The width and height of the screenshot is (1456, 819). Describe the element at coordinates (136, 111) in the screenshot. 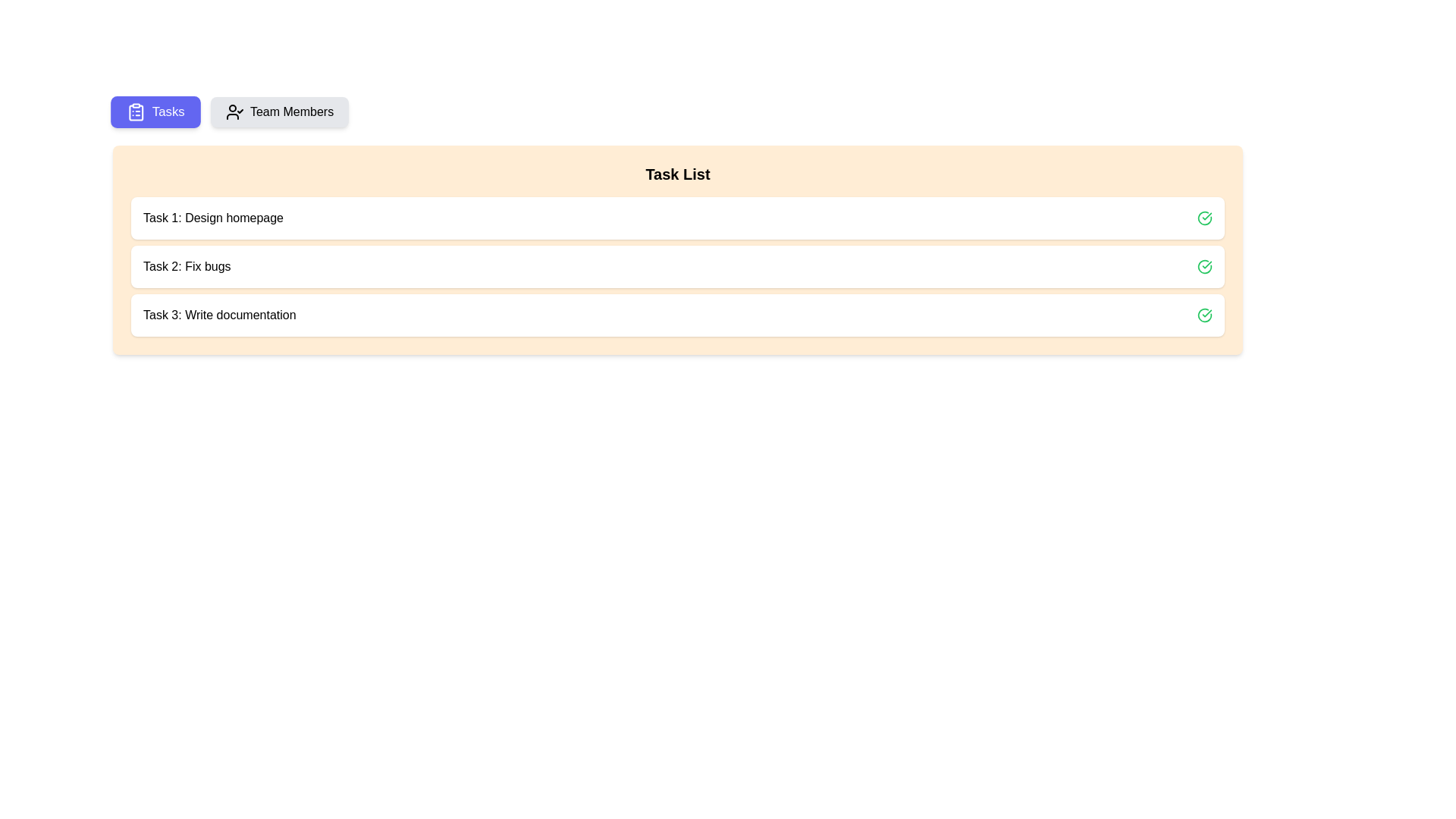

I see `the clipboard icon on the blue rectangular 'Tasks' button located at the top-left area of the interface, which features a white graphic and rounded corners` at that location.